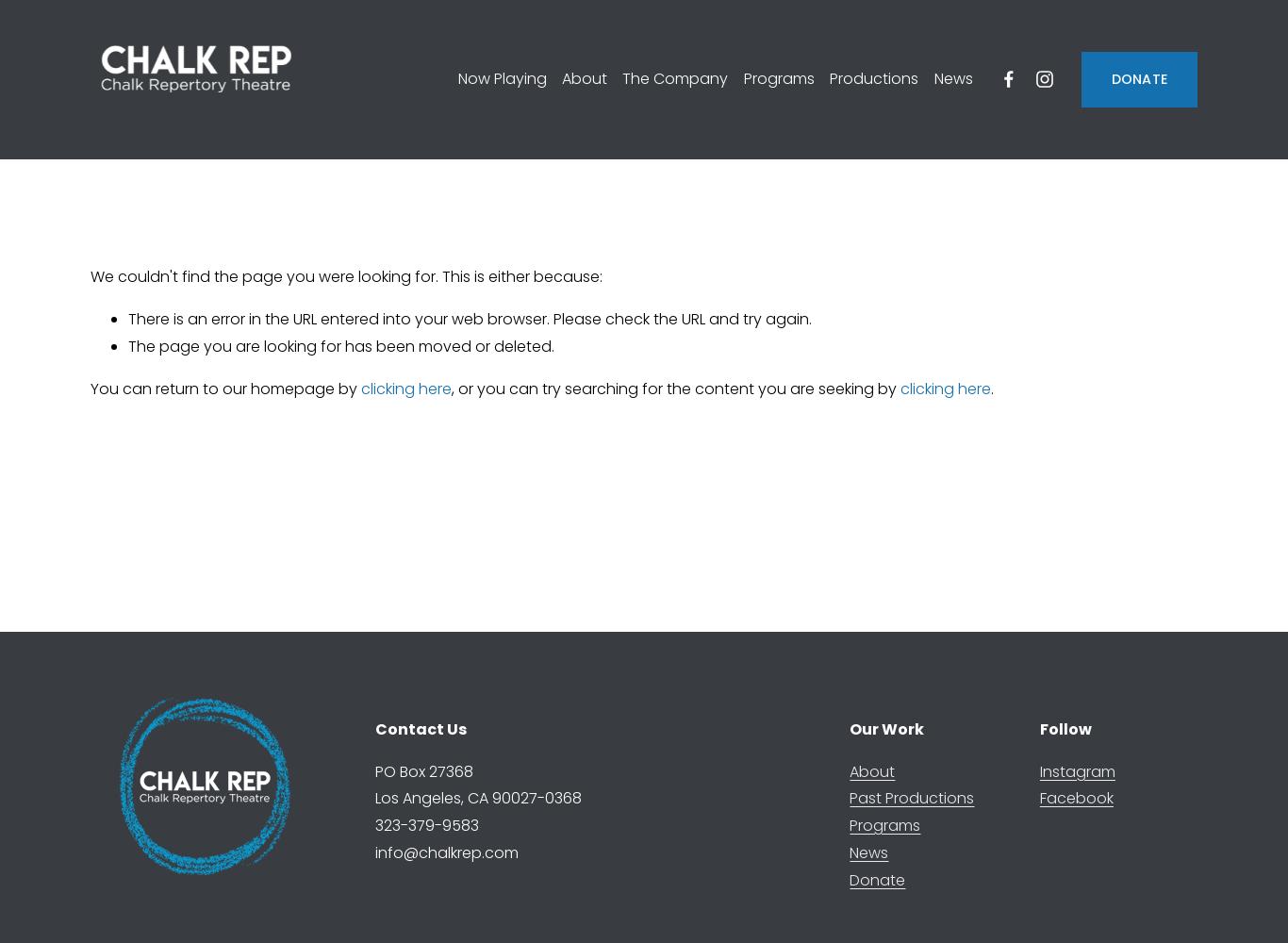 This screenshot has width=1288, height=943. I want to click on 'Los Angeles, CA 90027-0368', so click(477, 797).